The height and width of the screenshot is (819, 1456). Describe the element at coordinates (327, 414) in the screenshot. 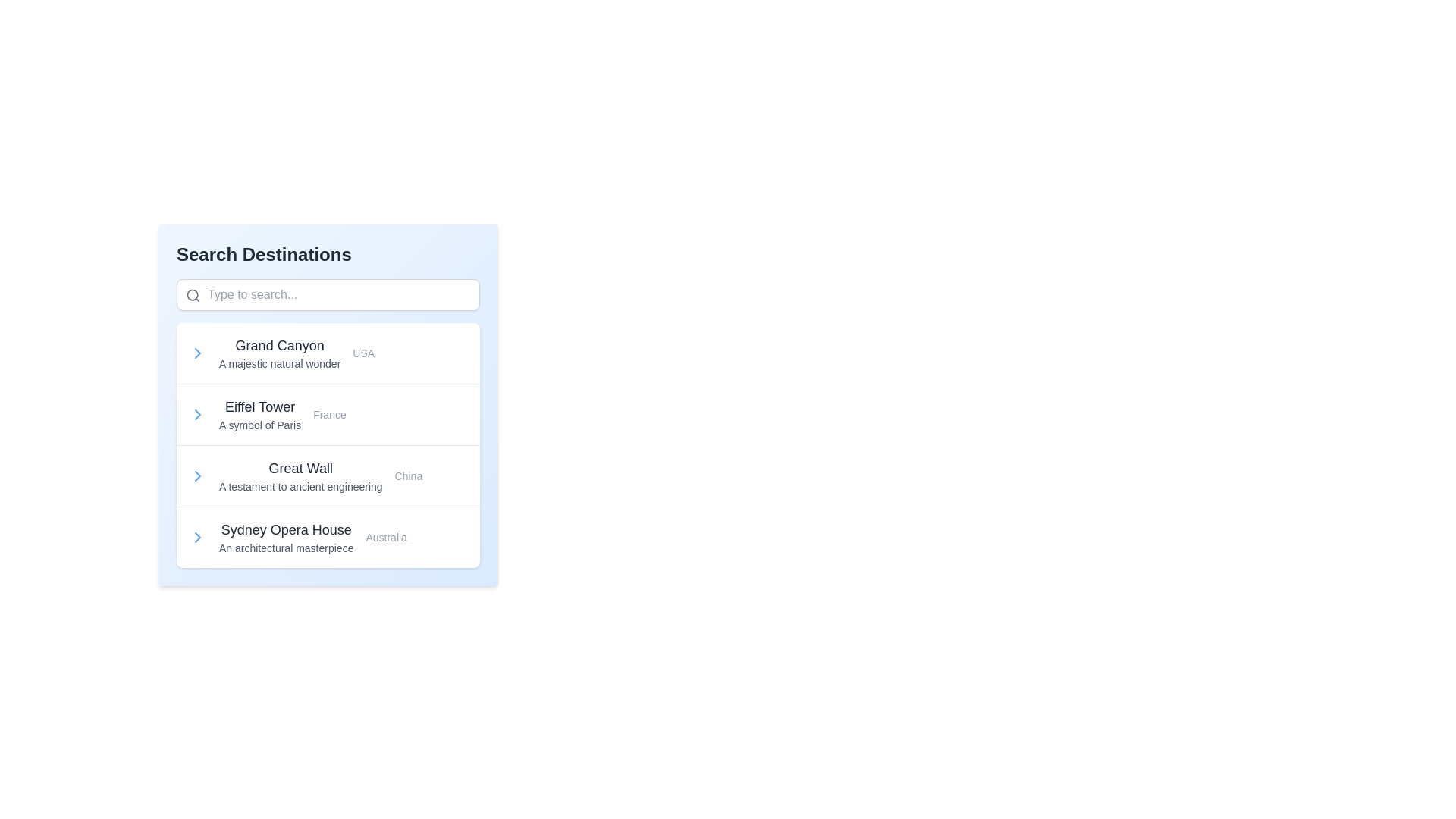

I see `the second item in the vertical navigation panel that represents the Eiffel Tower` at that location.